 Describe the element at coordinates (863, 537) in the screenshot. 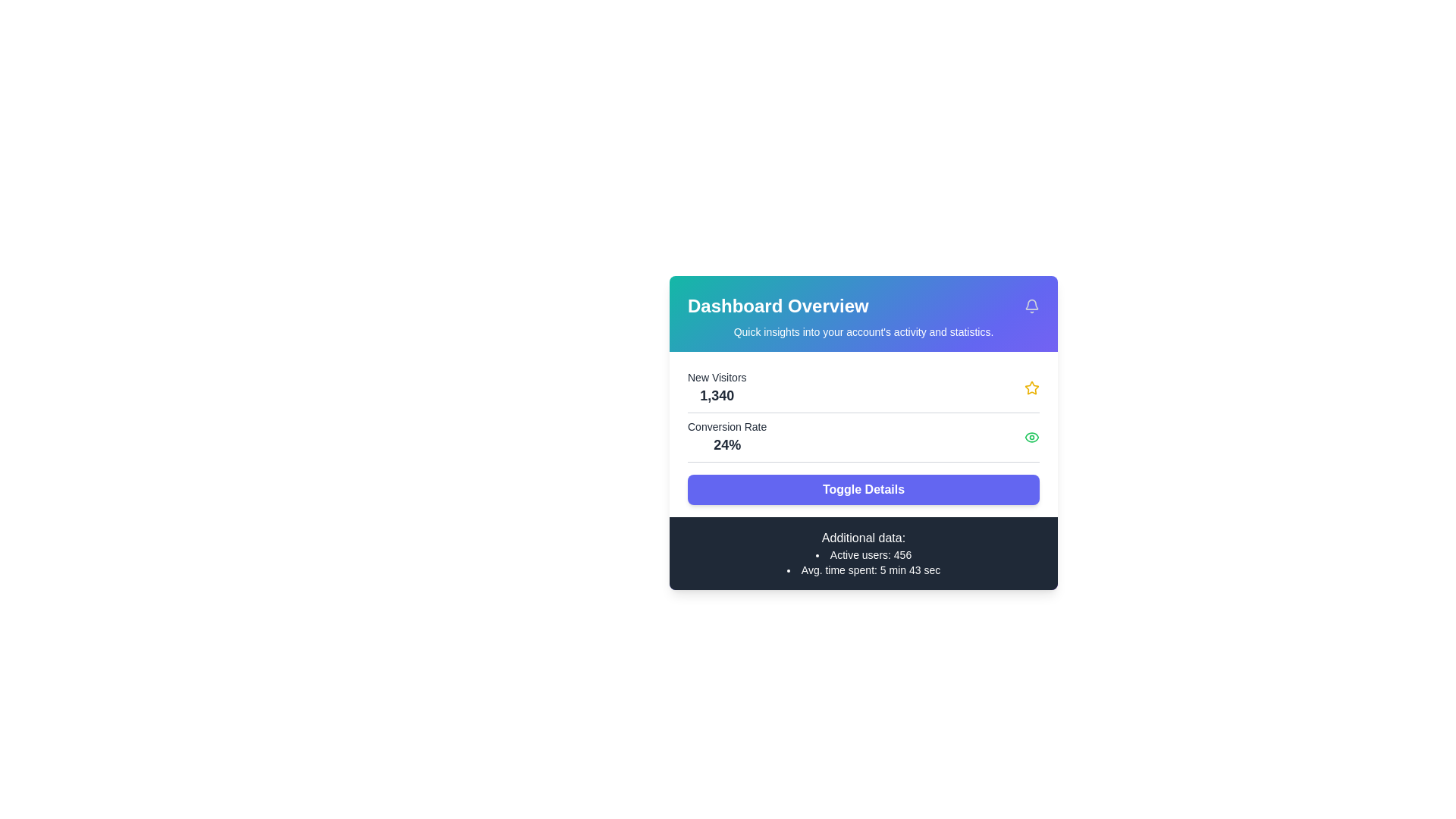

I see `the text content of the label that reads 'Additional data:' which appears in white text against a dark gray background` at that location.